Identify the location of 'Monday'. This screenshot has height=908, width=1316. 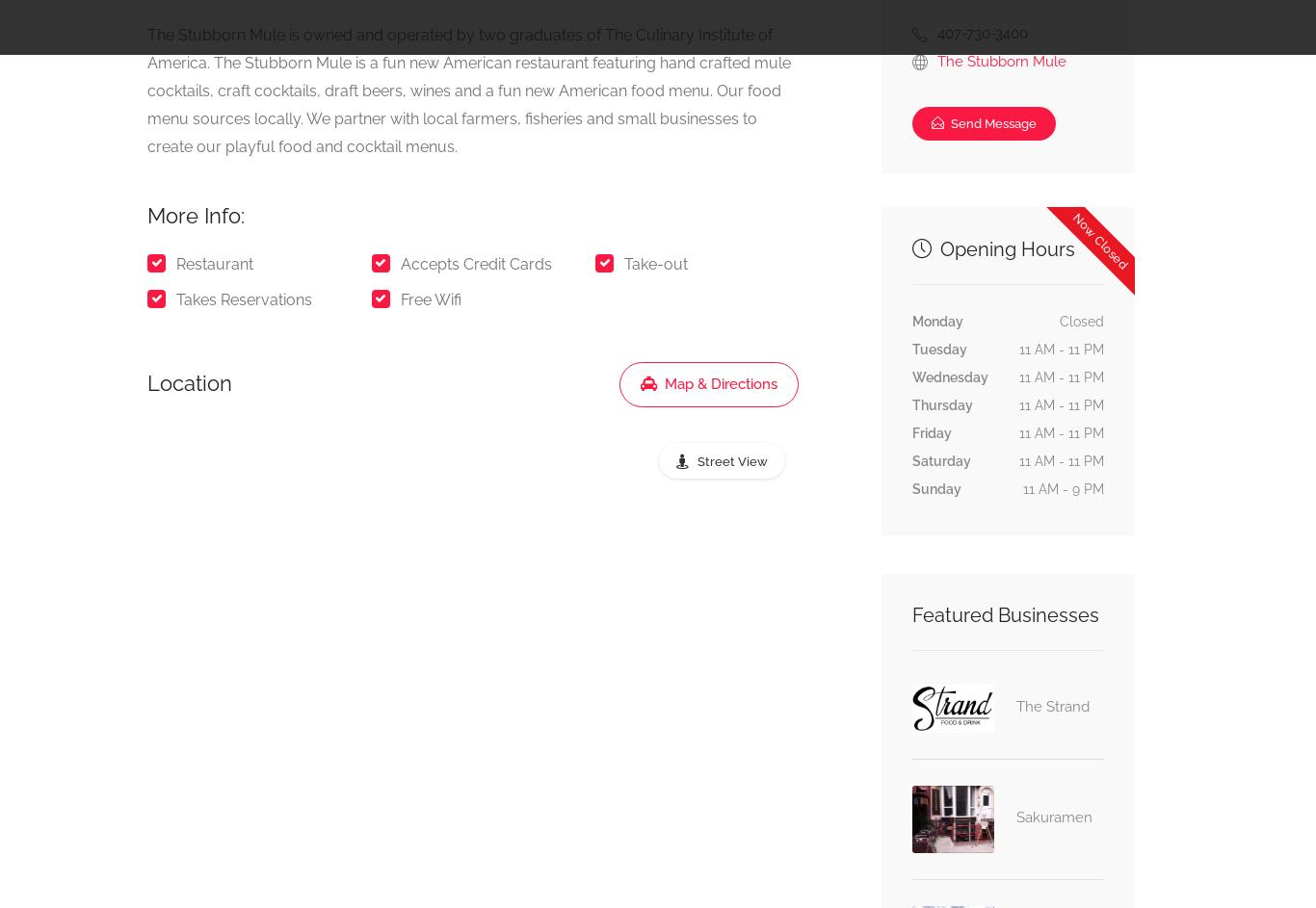
(910, 320).